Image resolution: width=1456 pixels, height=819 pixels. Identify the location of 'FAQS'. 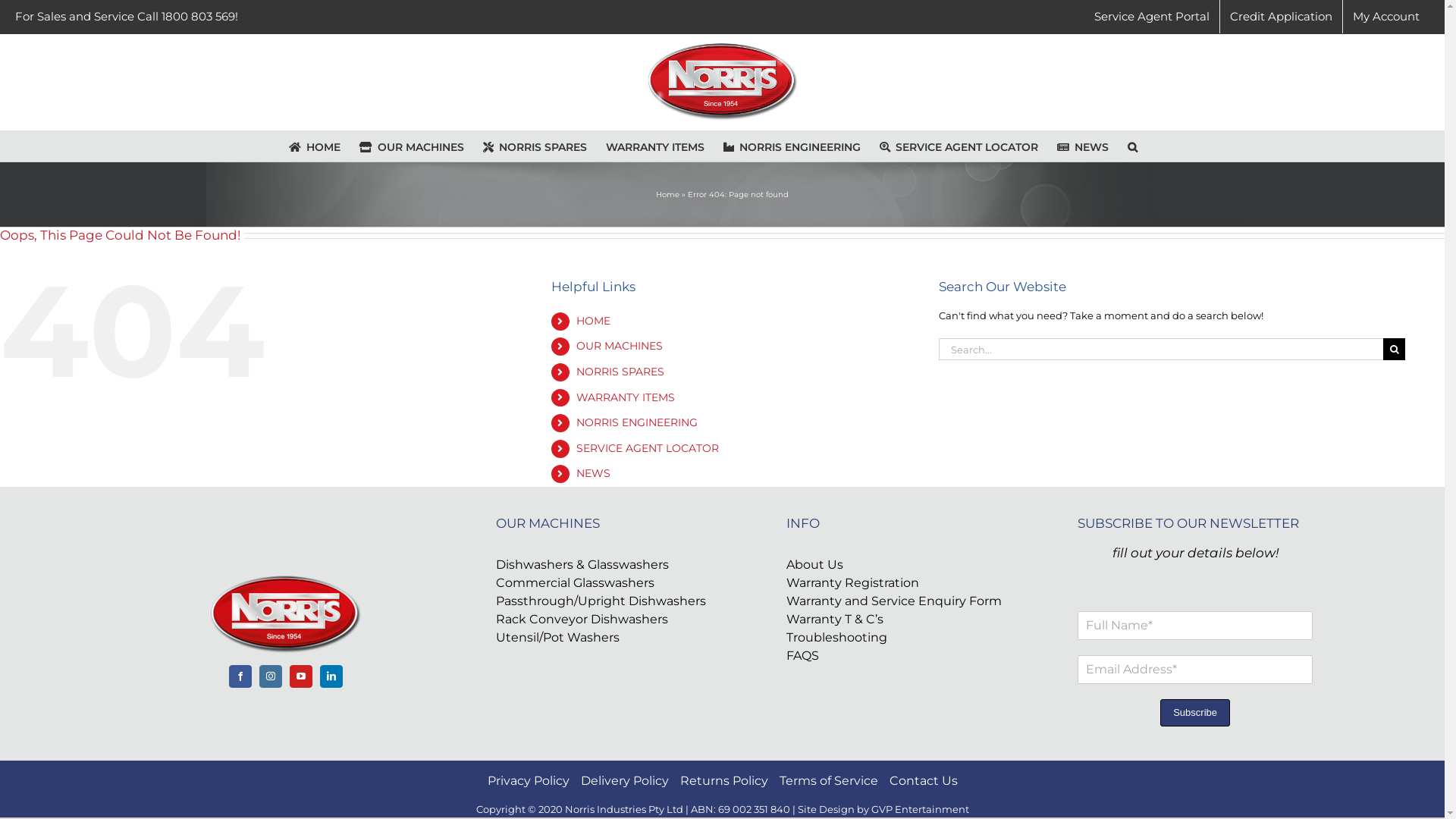
(903, 654).